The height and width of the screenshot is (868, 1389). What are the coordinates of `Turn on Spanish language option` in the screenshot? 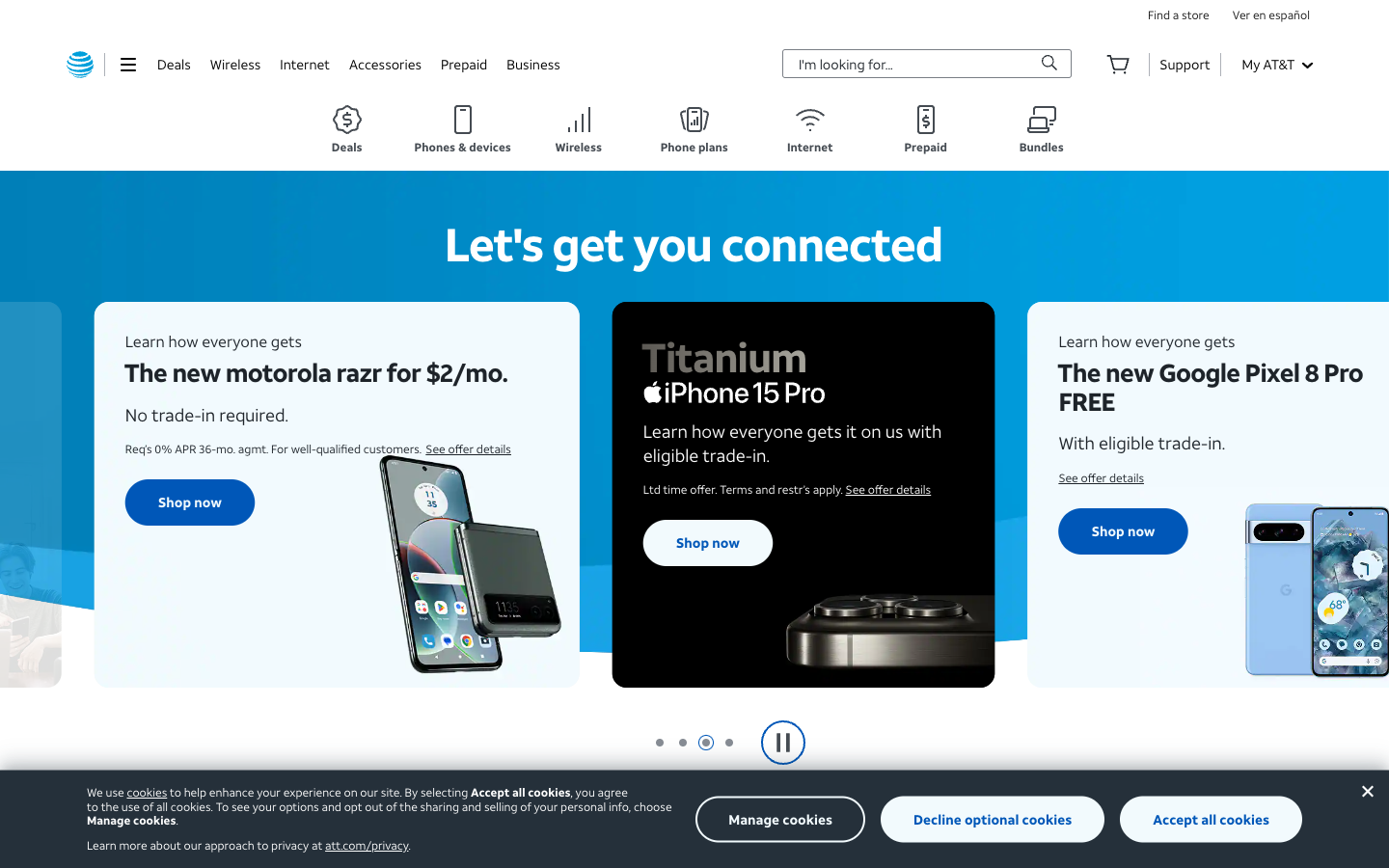 It's located at (1271, 14).